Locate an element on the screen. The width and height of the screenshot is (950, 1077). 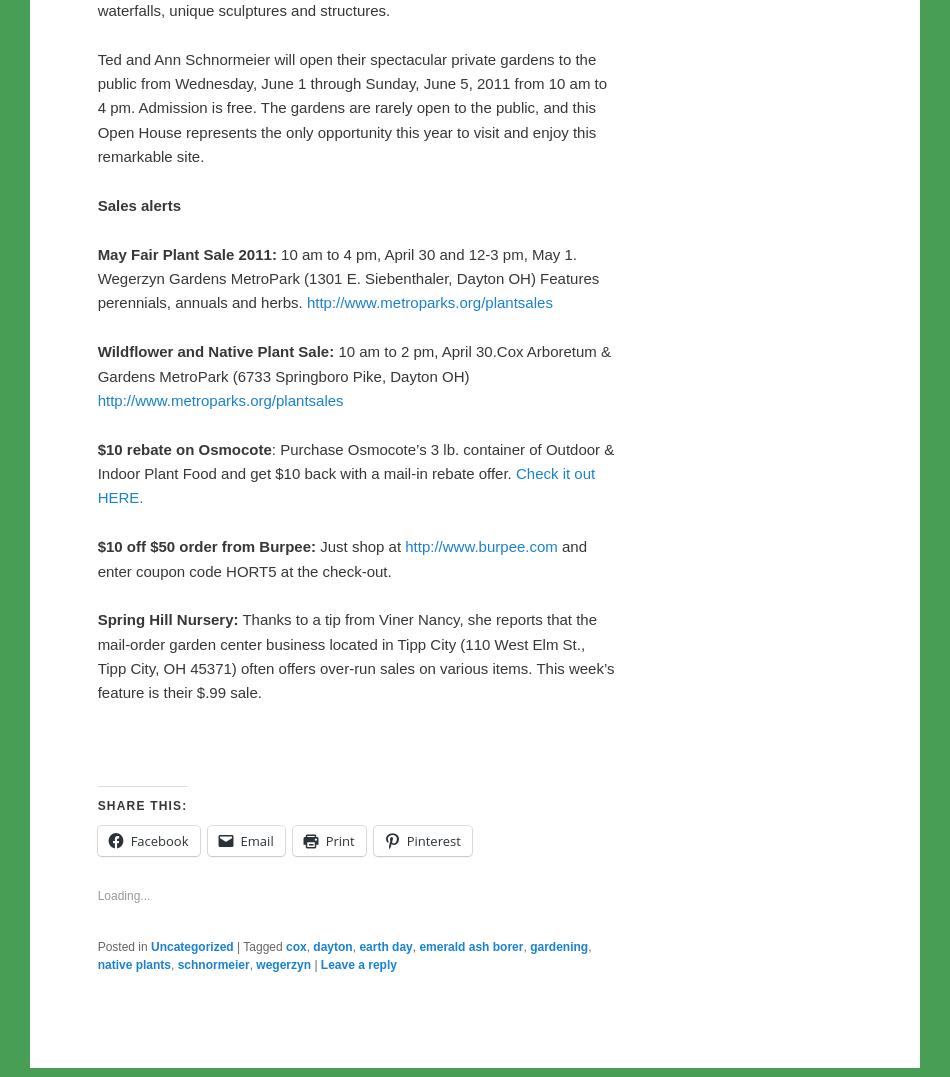
'Schnormeier Garden Tour' is located at coordinates (249, 257).